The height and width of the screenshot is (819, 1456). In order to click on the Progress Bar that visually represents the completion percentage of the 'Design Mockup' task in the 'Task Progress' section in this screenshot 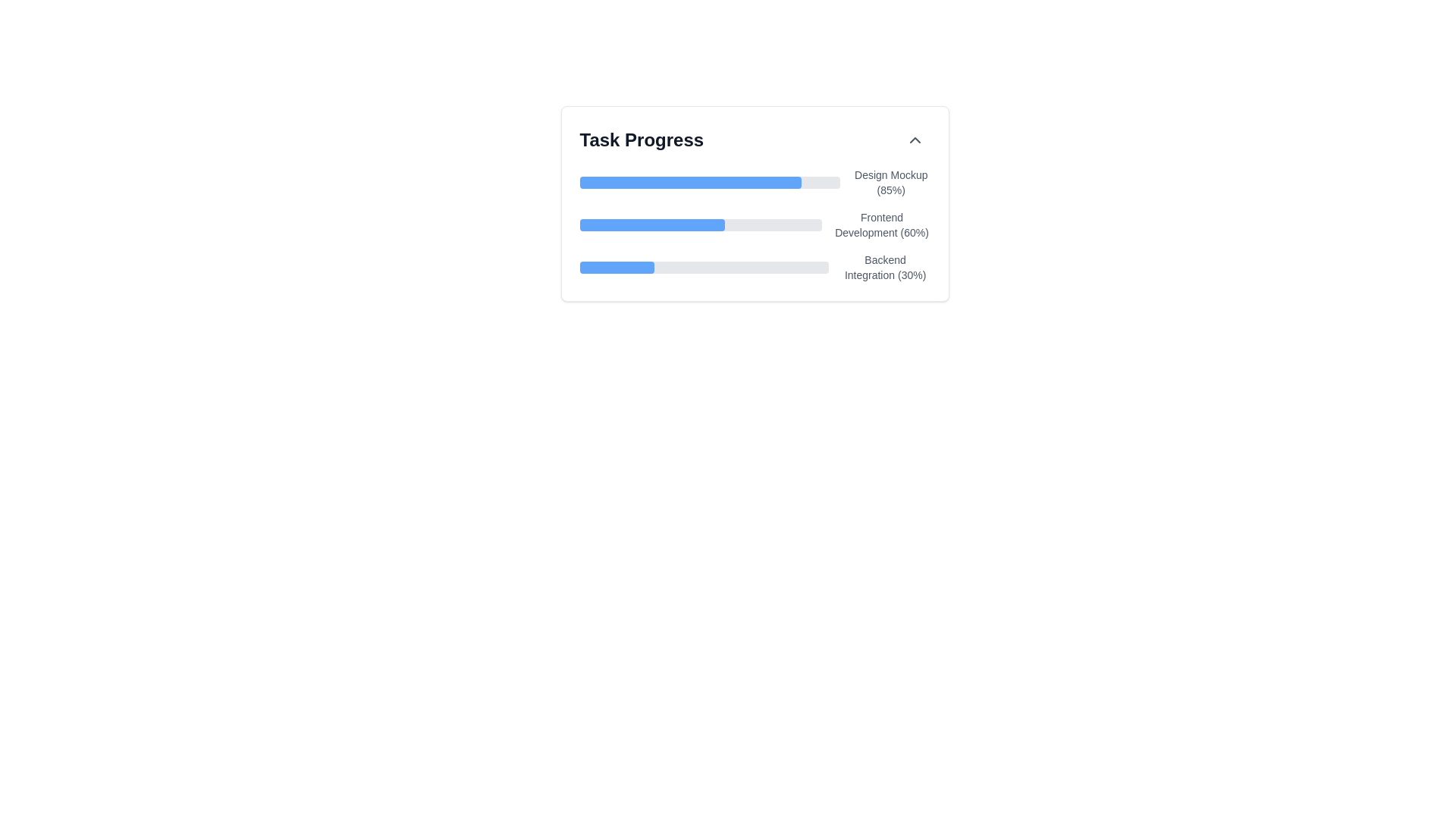, I will do `click(709, 181)`.